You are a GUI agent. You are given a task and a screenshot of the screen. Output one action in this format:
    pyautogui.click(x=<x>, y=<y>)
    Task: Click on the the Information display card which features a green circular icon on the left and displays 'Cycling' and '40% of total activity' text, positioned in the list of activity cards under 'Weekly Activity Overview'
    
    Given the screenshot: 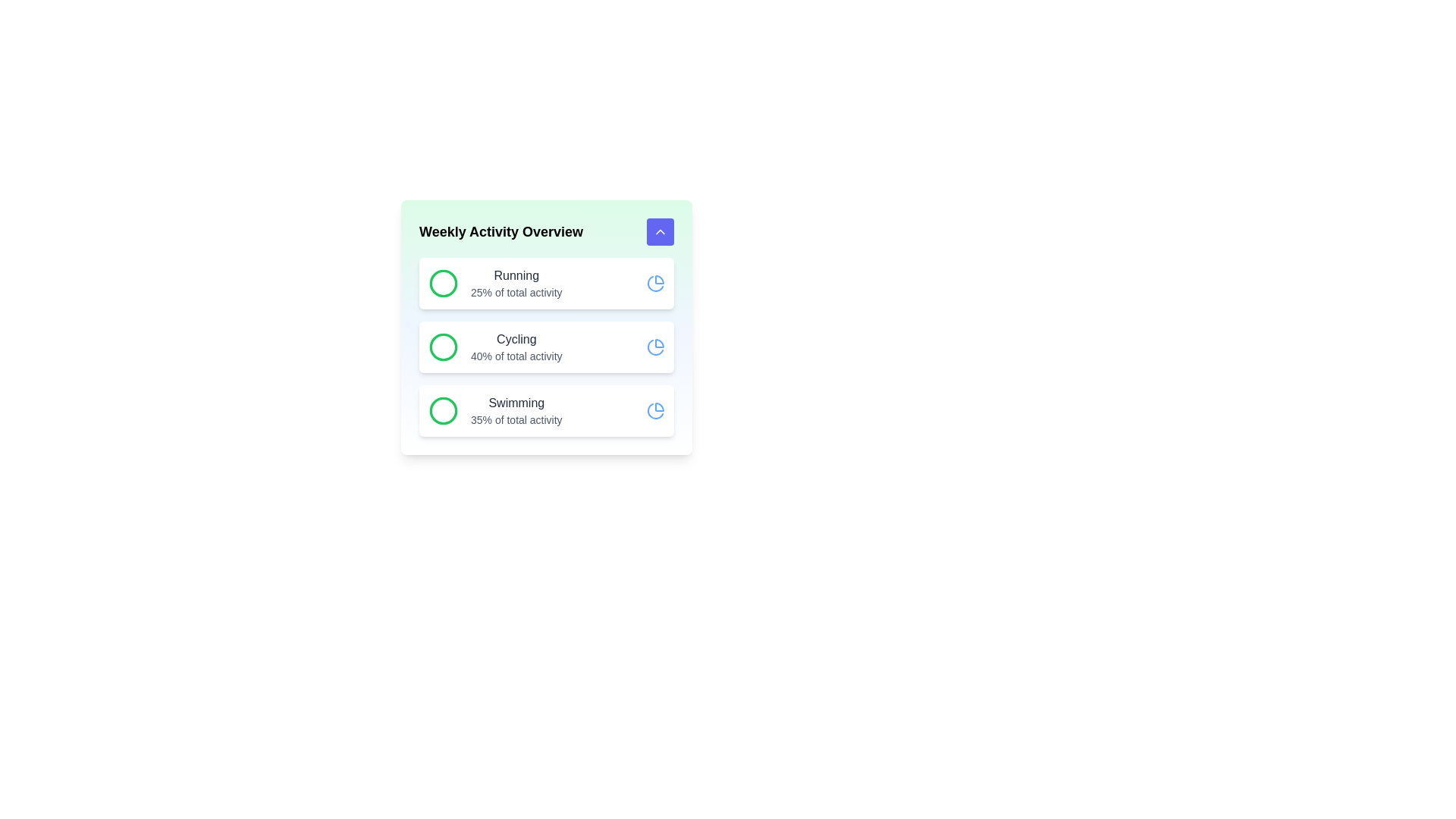 What is the action you would take?
    pyautogui.click(x=546, y=347)
    